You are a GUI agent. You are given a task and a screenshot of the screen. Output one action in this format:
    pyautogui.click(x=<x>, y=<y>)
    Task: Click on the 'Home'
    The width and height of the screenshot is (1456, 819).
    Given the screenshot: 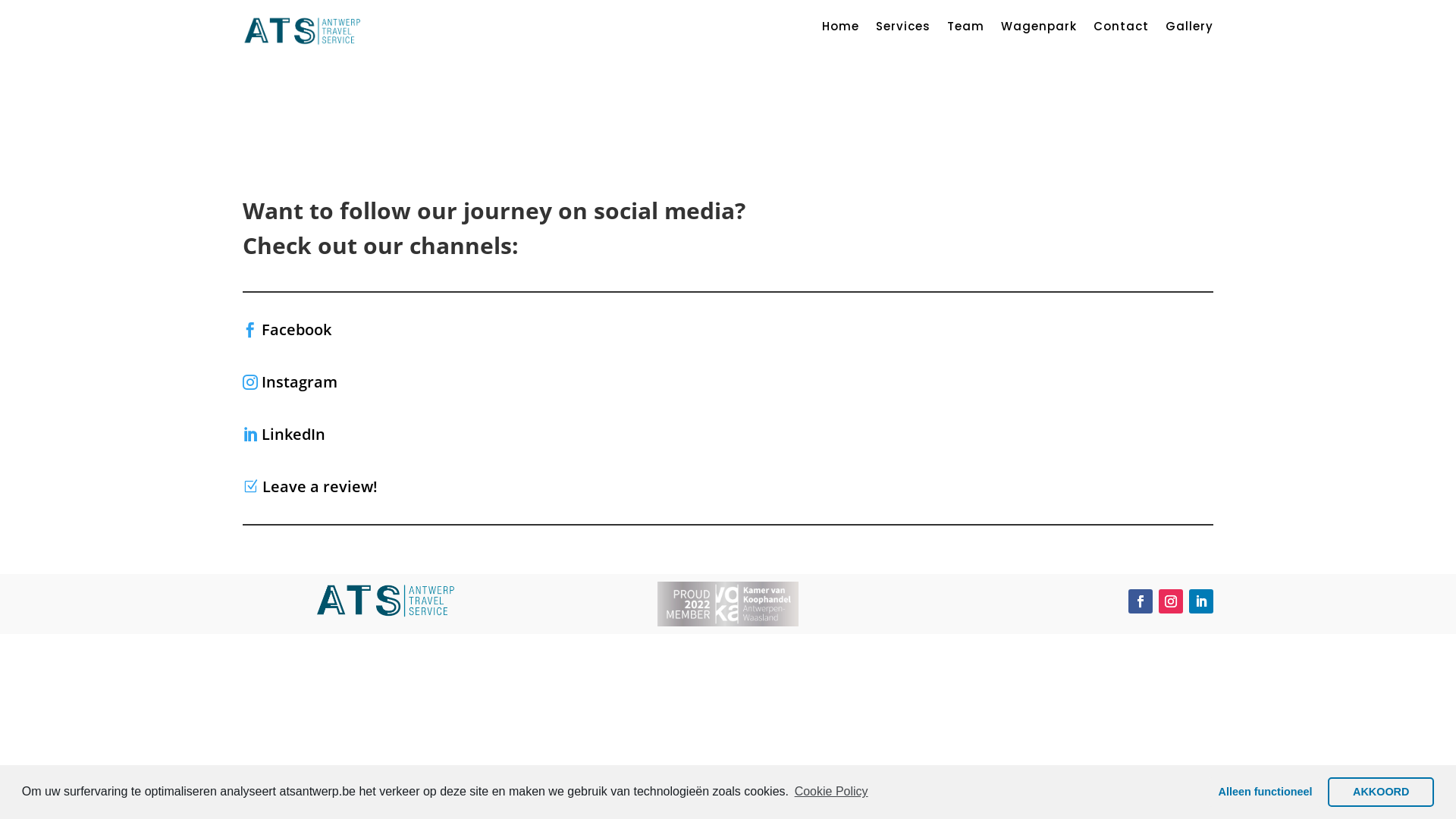 What is the action you would take?
    pyautogui.click(x=839, y=29)
    